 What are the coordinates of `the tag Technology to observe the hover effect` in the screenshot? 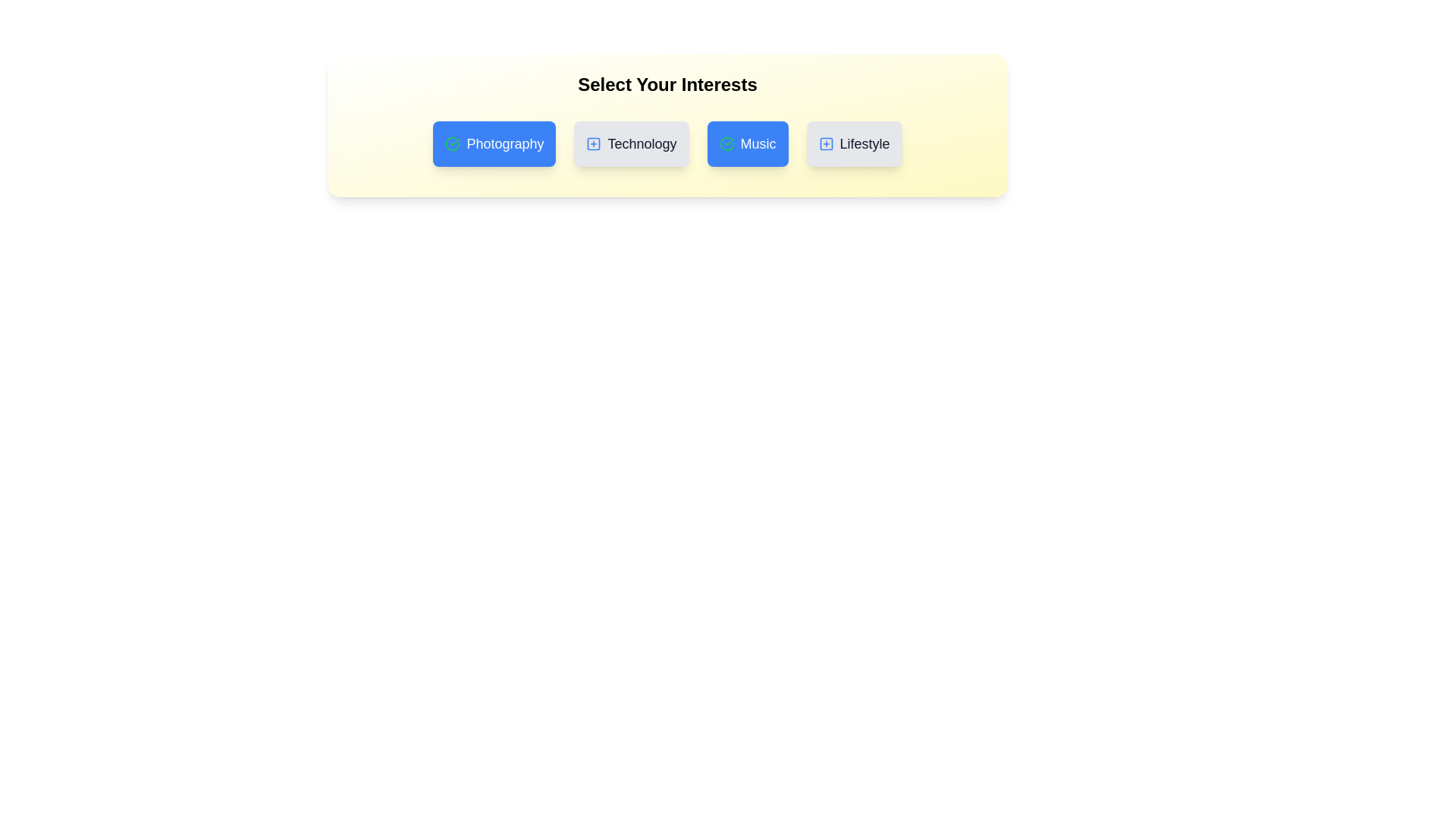 It's located at (632, 143).